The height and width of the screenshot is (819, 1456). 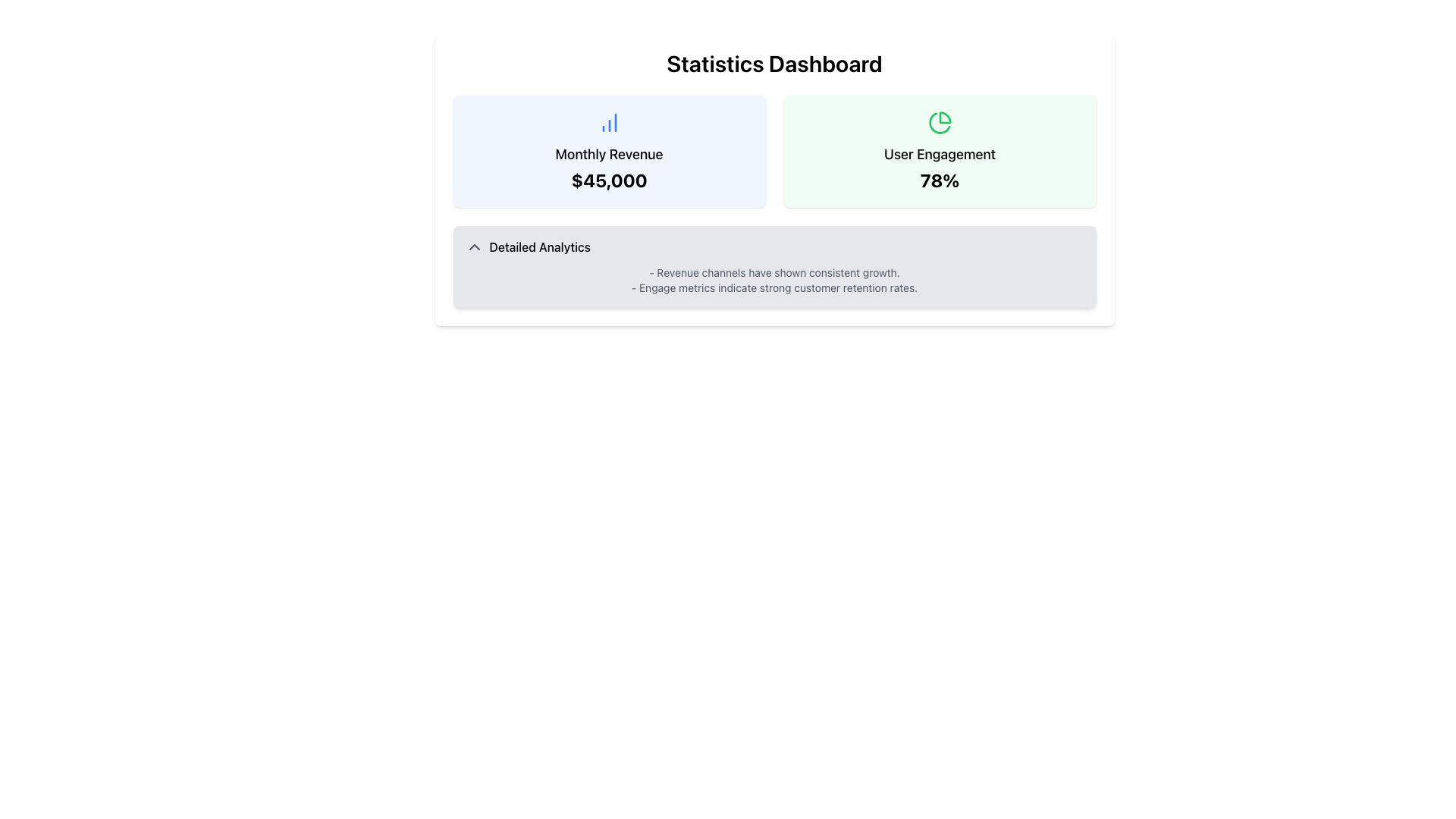 I want to click on the chart icon in the 'Monthly Revenue' card section, which features three blue vertical columns representing data, located in the upper-left quadrant above the text elements 'Monthly Revenue' and '$45,000', so click(x=609, y=122).